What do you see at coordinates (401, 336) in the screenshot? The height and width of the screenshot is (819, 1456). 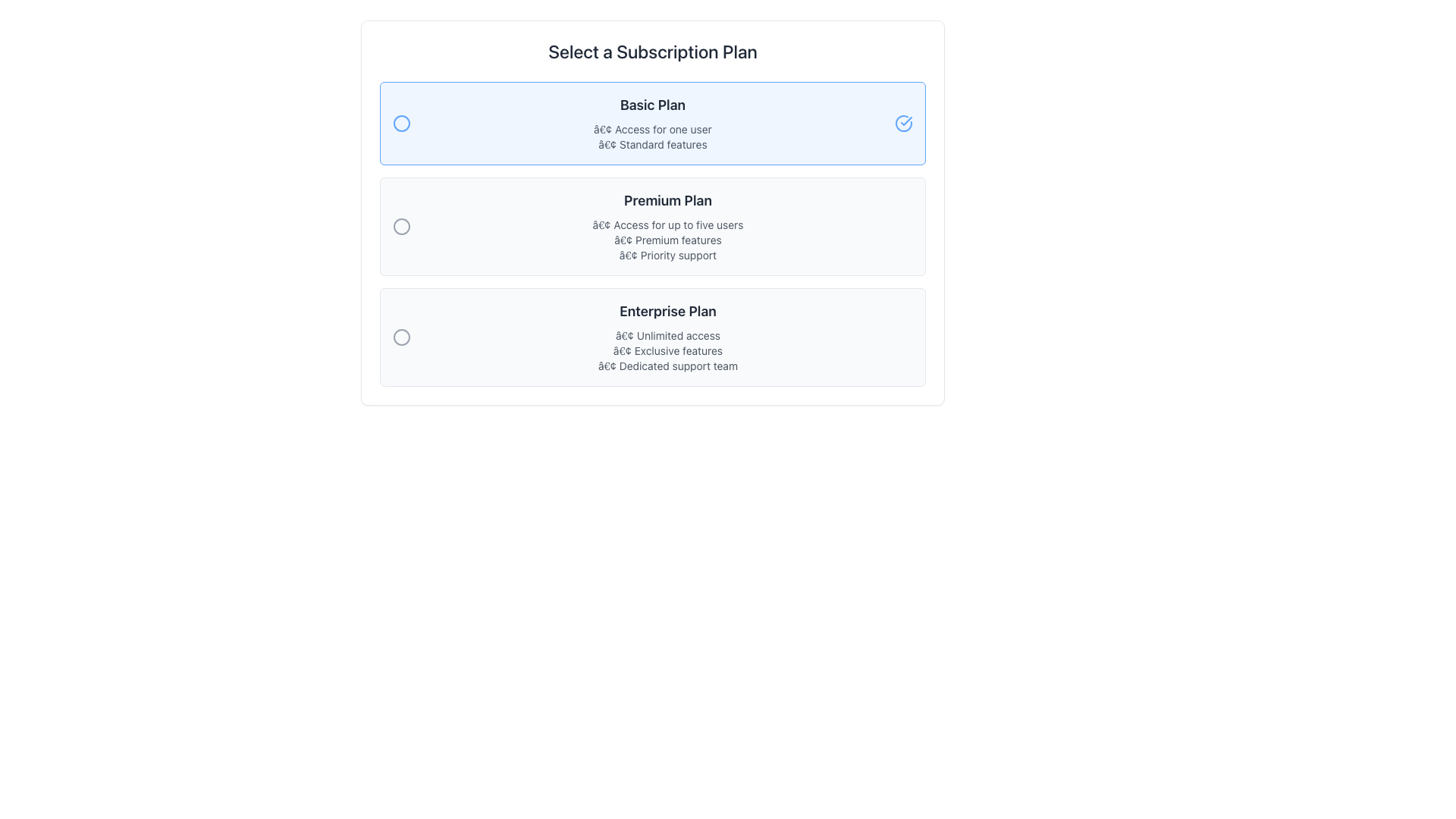 I see `the radio button for the 'Enterprise Plan' subscription option` at bounding box center [401, 336].